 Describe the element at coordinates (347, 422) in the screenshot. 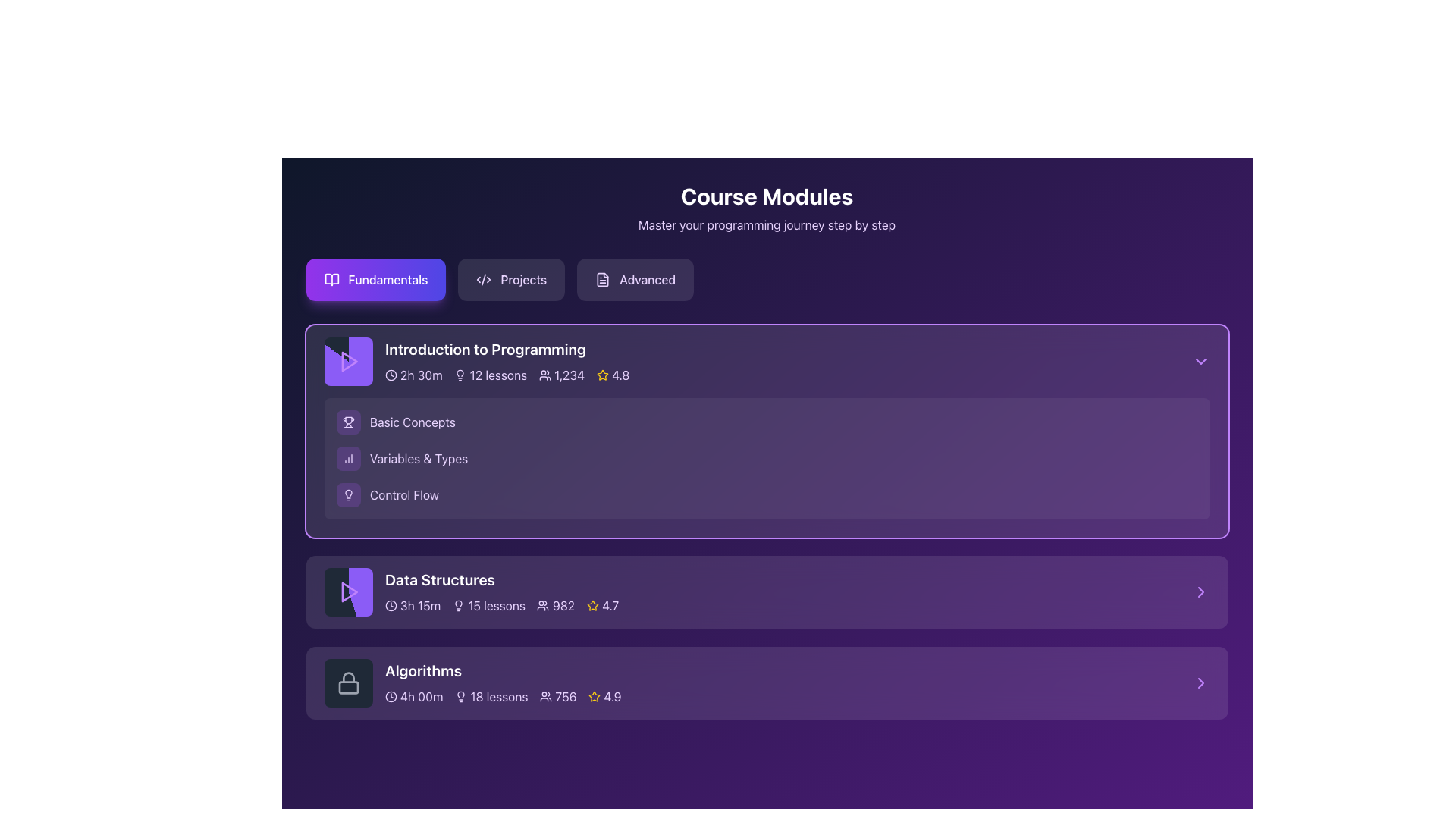

I see `the small trophy icon` at that location.